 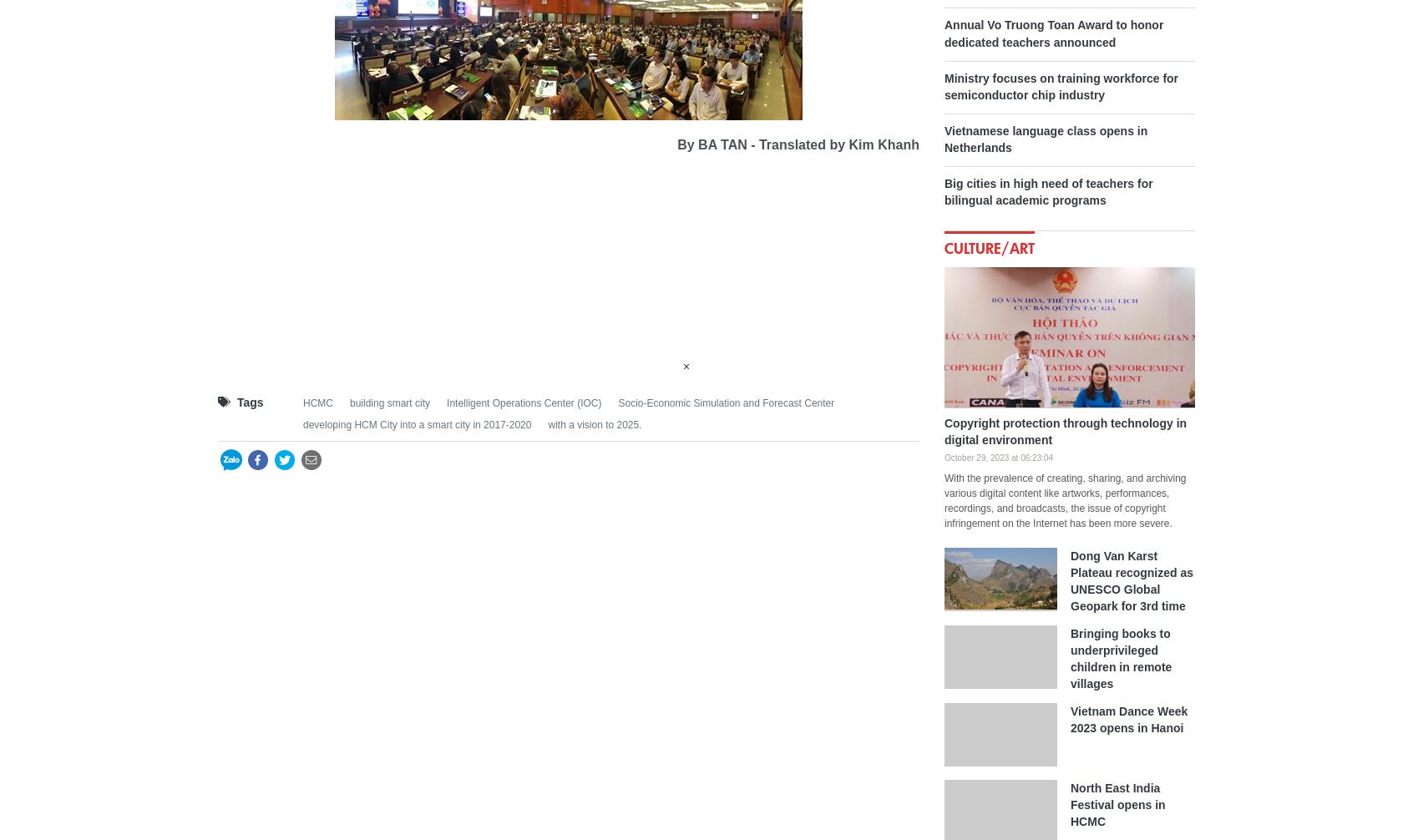 I want to click on 'HCMC', so click(x=318, y=401).